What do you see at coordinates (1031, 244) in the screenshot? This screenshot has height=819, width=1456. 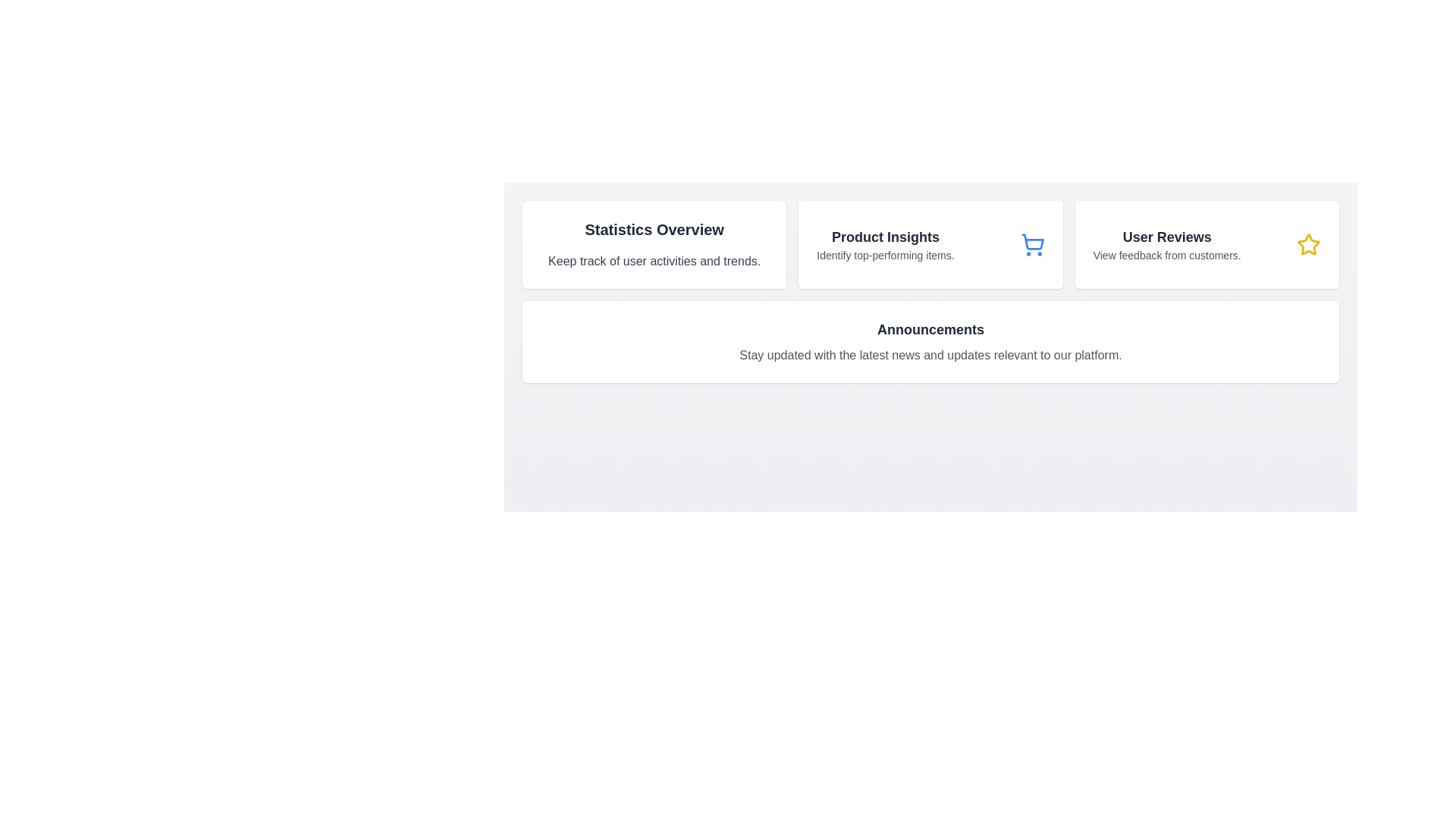 I see `the blue shopping cart icon located at the top-right corner of the 'Product Insights' section, which features a round line shape and two small wheels` at bounding box center [1031, 244].